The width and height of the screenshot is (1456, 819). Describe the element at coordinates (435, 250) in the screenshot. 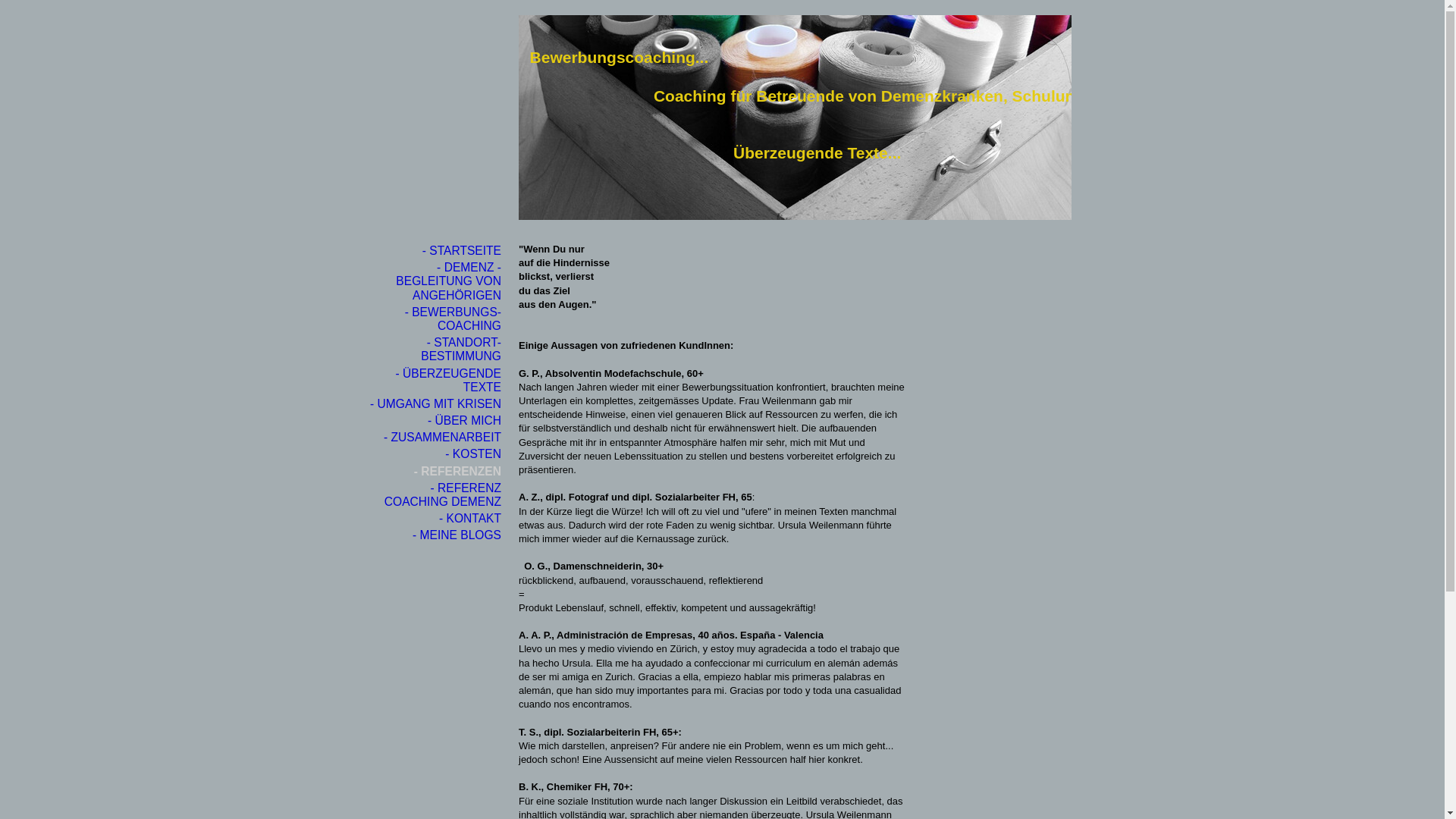

I see `'- STARTSEITE'` at that location.